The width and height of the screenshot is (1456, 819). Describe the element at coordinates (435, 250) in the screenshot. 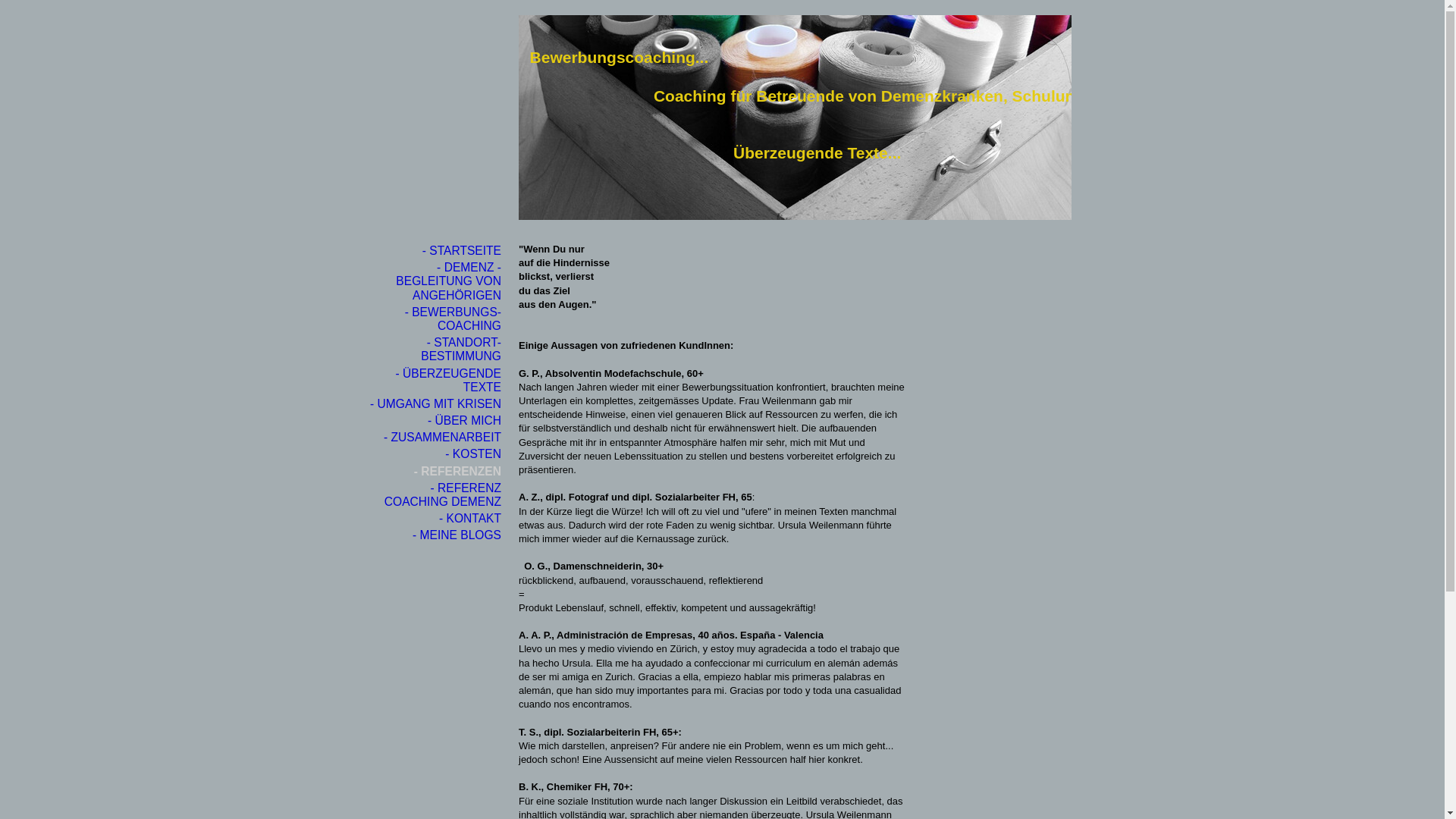

I see `'- STARTSEITE'` at that location.